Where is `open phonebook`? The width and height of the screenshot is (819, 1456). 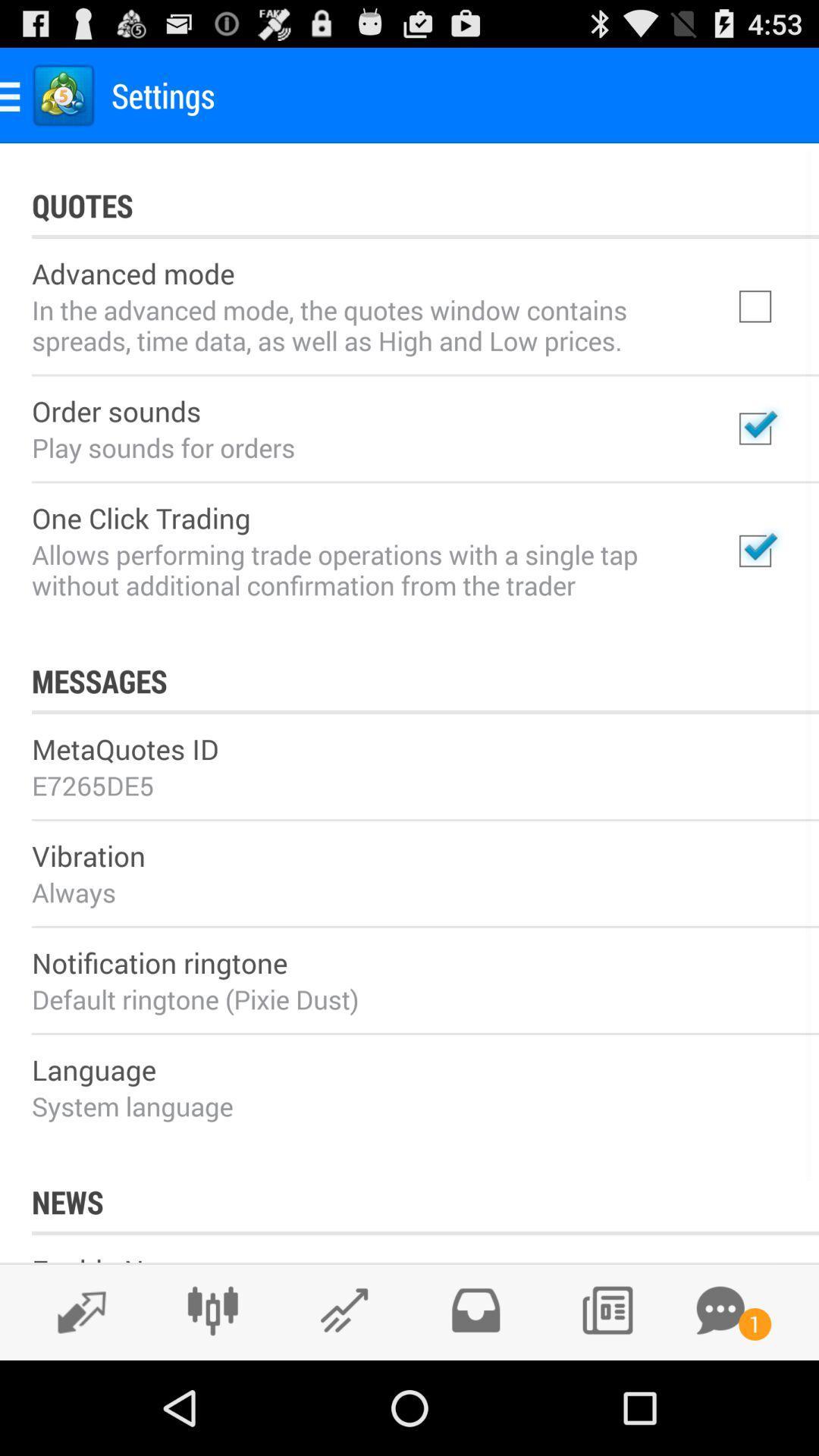 open phonebook is located at coordinates (606, 1310).